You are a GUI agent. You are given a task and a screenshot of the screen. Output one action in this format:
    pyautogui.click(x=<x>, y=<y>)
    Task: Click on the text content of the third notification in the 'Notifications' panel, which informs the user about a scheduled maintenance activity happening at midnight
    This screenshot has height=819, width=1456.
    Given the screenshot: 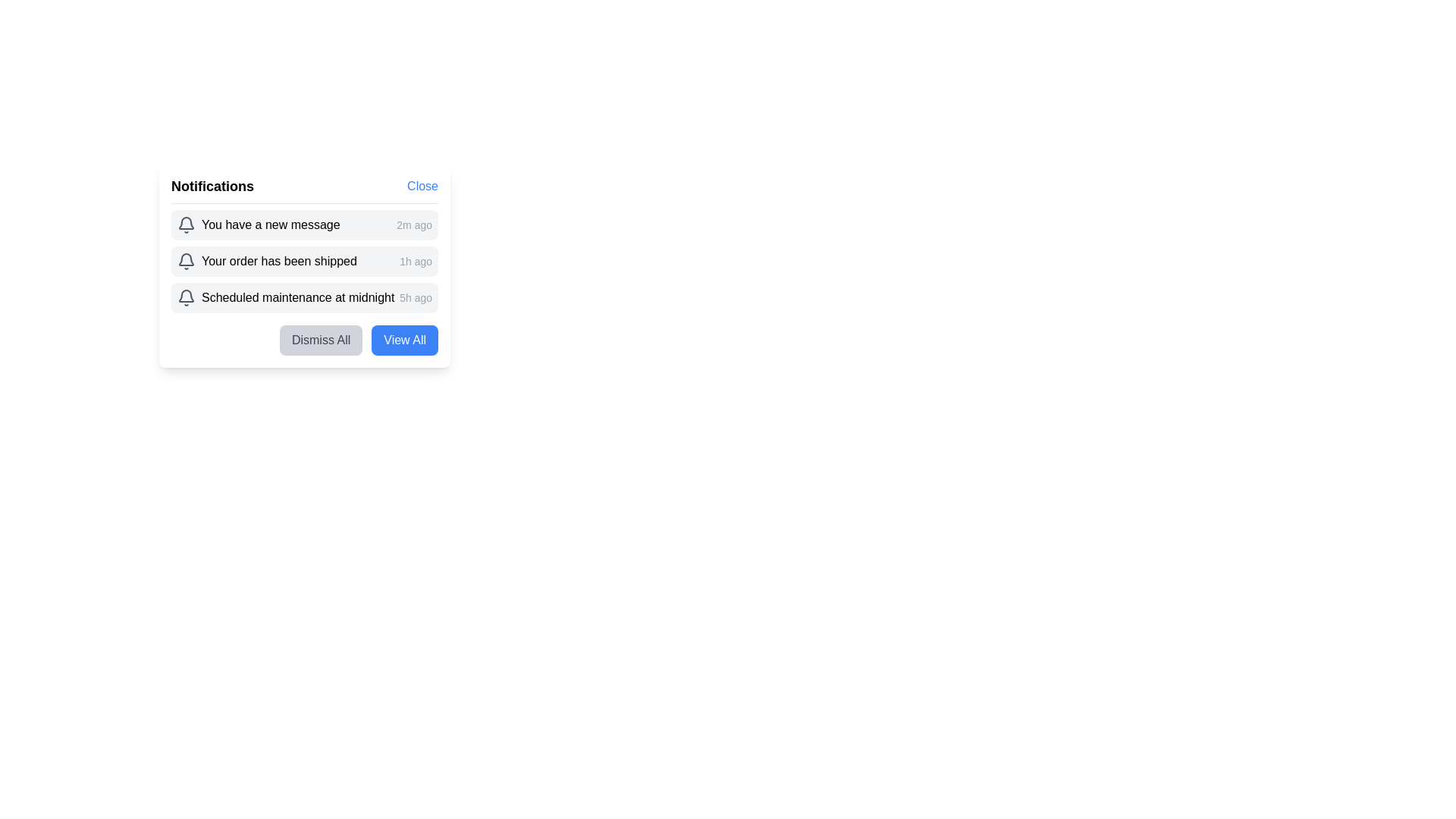 What is the action you would take?
    pyautogui.click(x=286, y=298)
    